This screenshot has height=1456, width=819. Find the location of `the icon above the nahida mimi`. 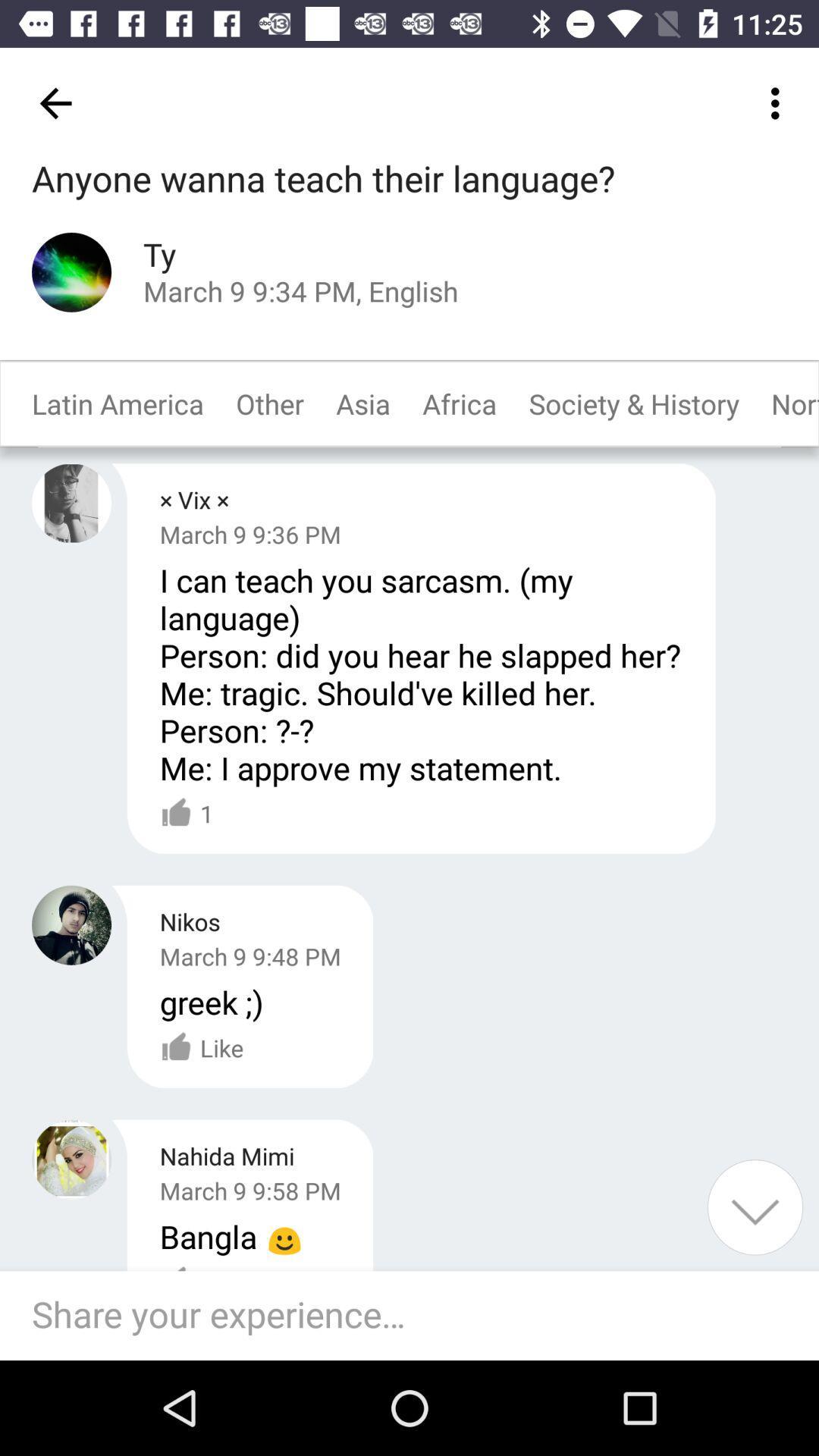

the icon above the nahida mimi is located at coordinates (211, 1002).